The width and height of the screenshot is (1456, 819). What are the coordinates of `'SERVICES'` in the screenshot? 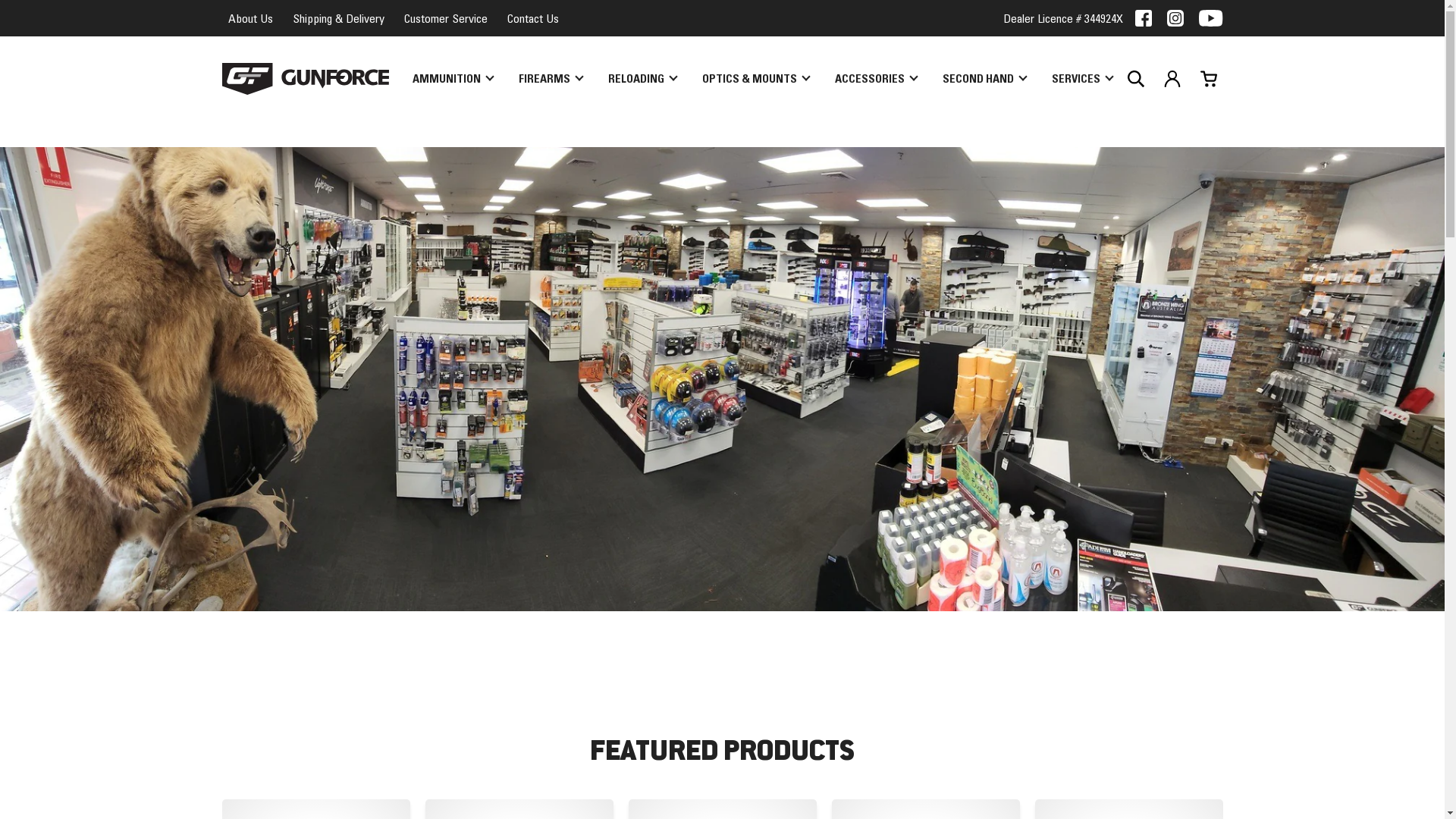 It's located at (1080, 79).